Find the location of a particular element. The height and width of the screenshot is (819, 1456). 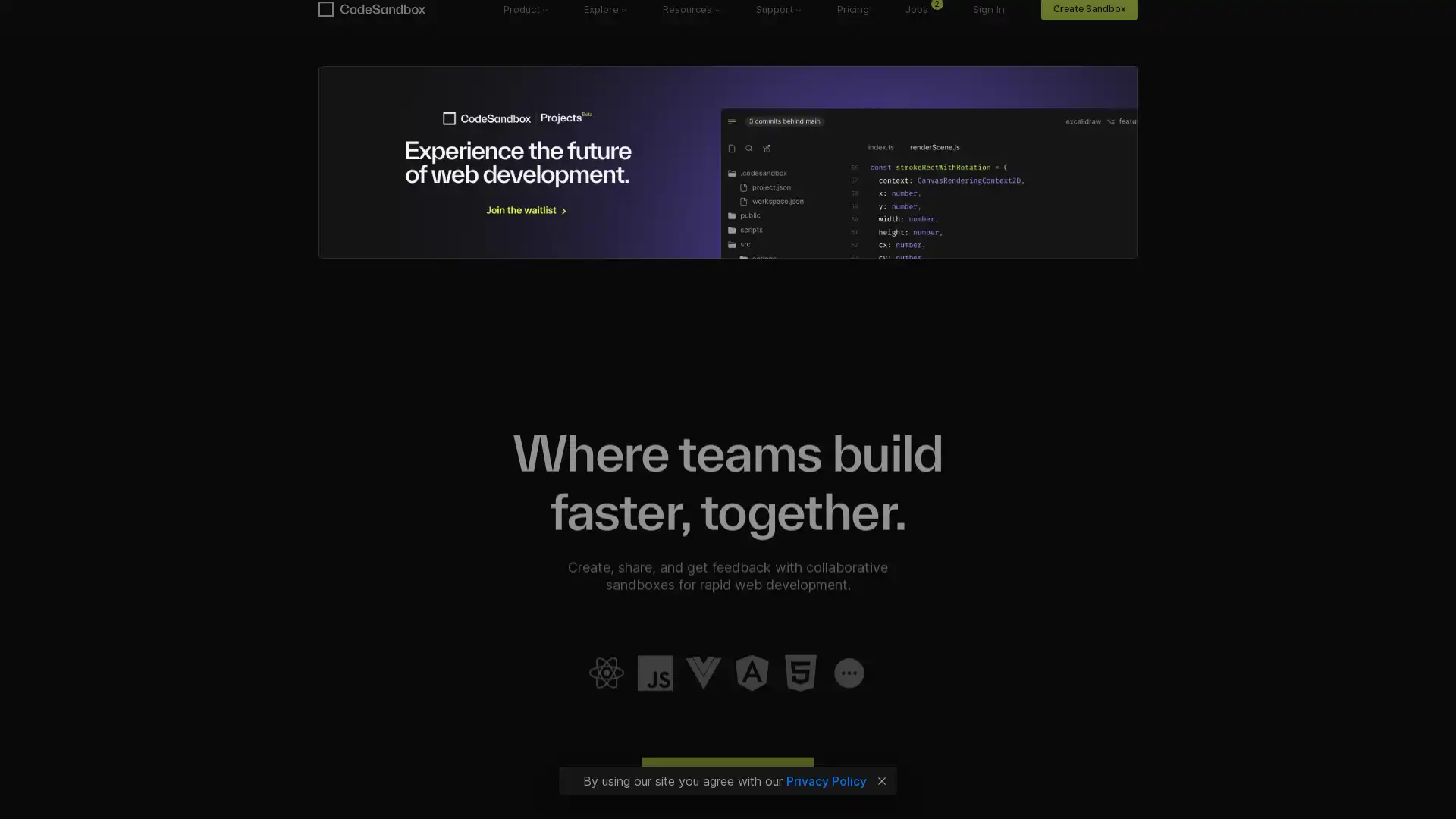

Explore is located at coordinates (603, 17).